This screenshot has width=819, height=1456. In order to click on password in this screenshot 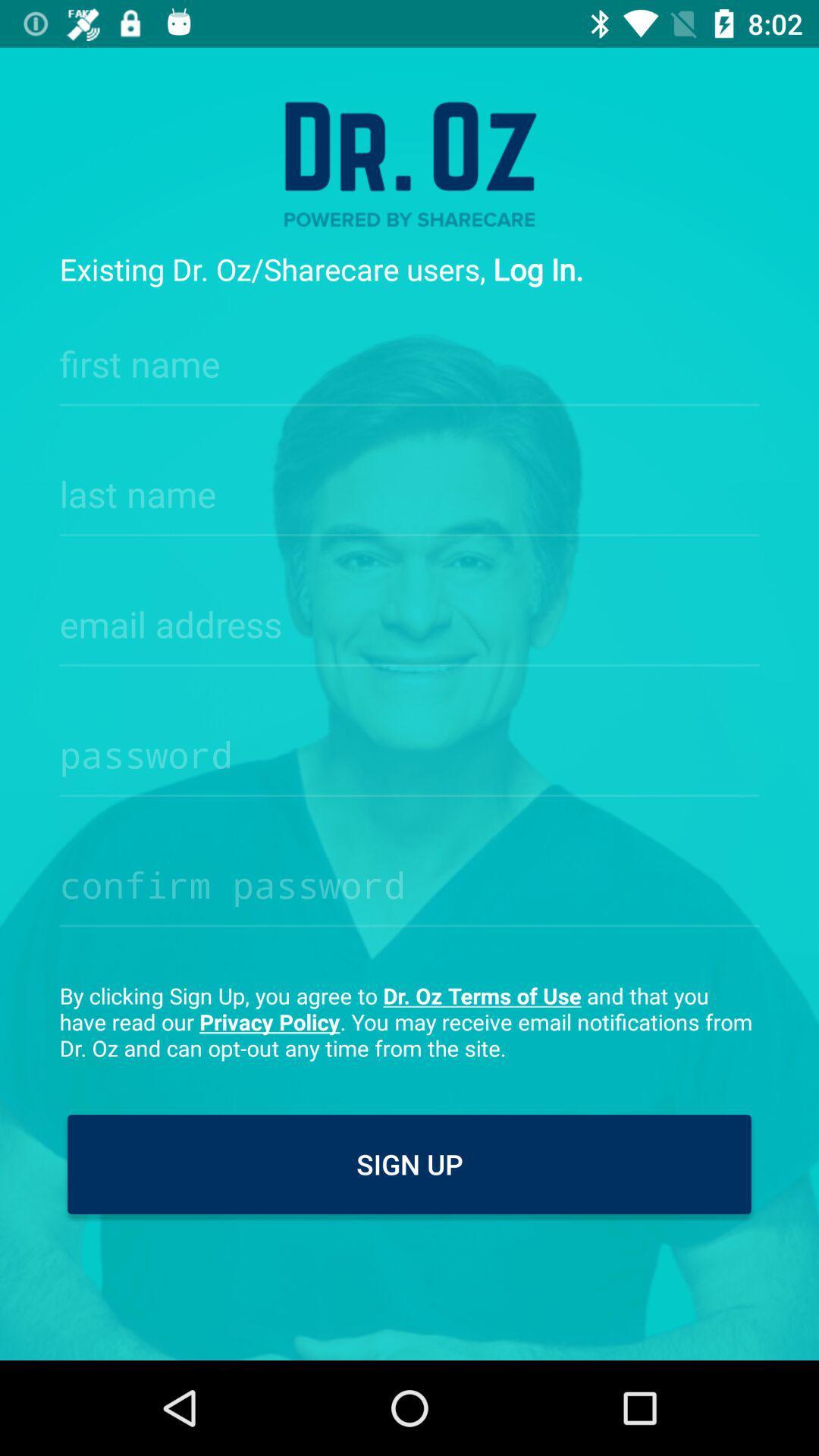, I will do `click(409, 750)`.